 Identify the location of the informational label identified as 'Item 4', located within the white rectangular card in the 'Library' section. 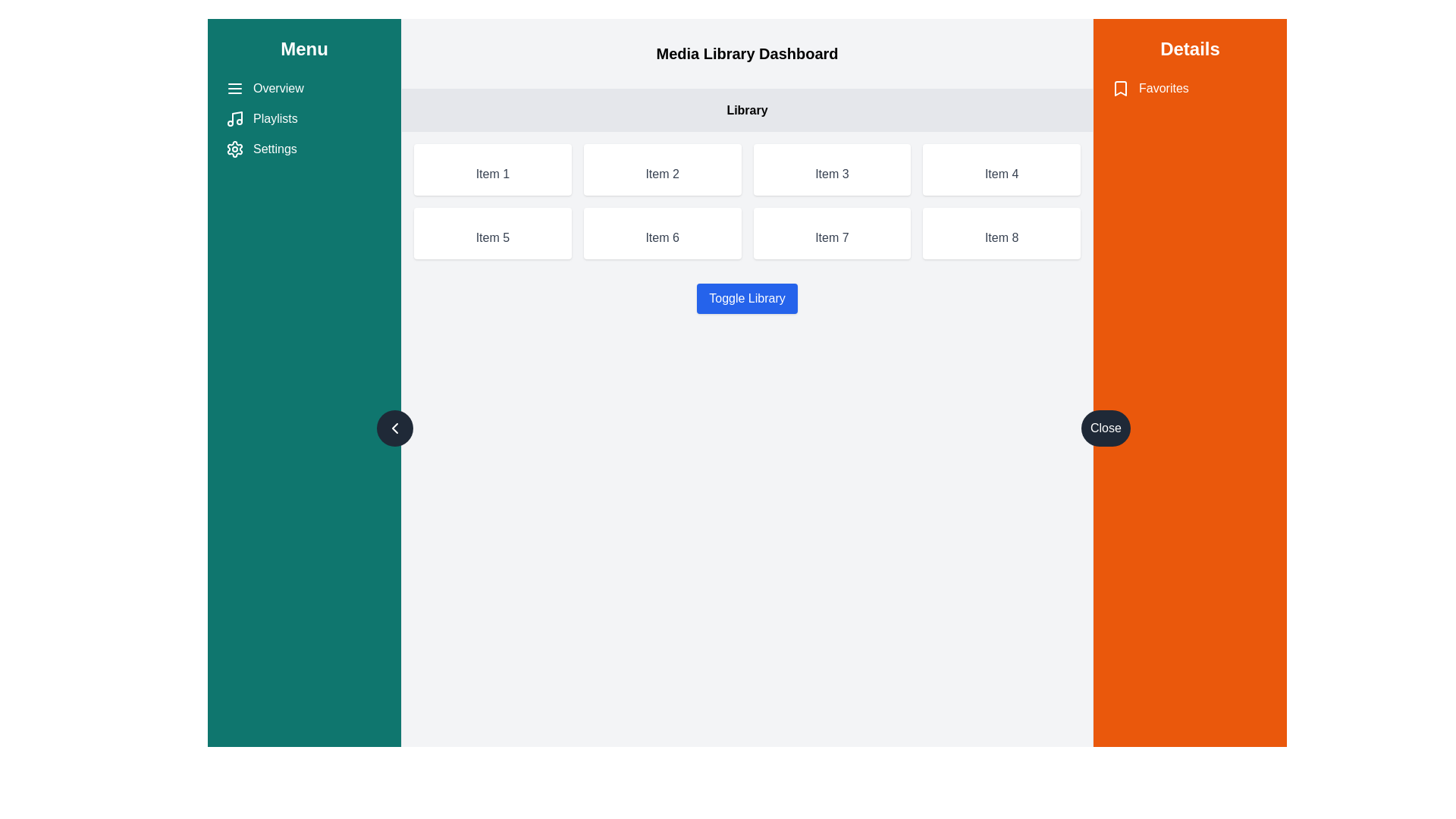
(1002, 174).